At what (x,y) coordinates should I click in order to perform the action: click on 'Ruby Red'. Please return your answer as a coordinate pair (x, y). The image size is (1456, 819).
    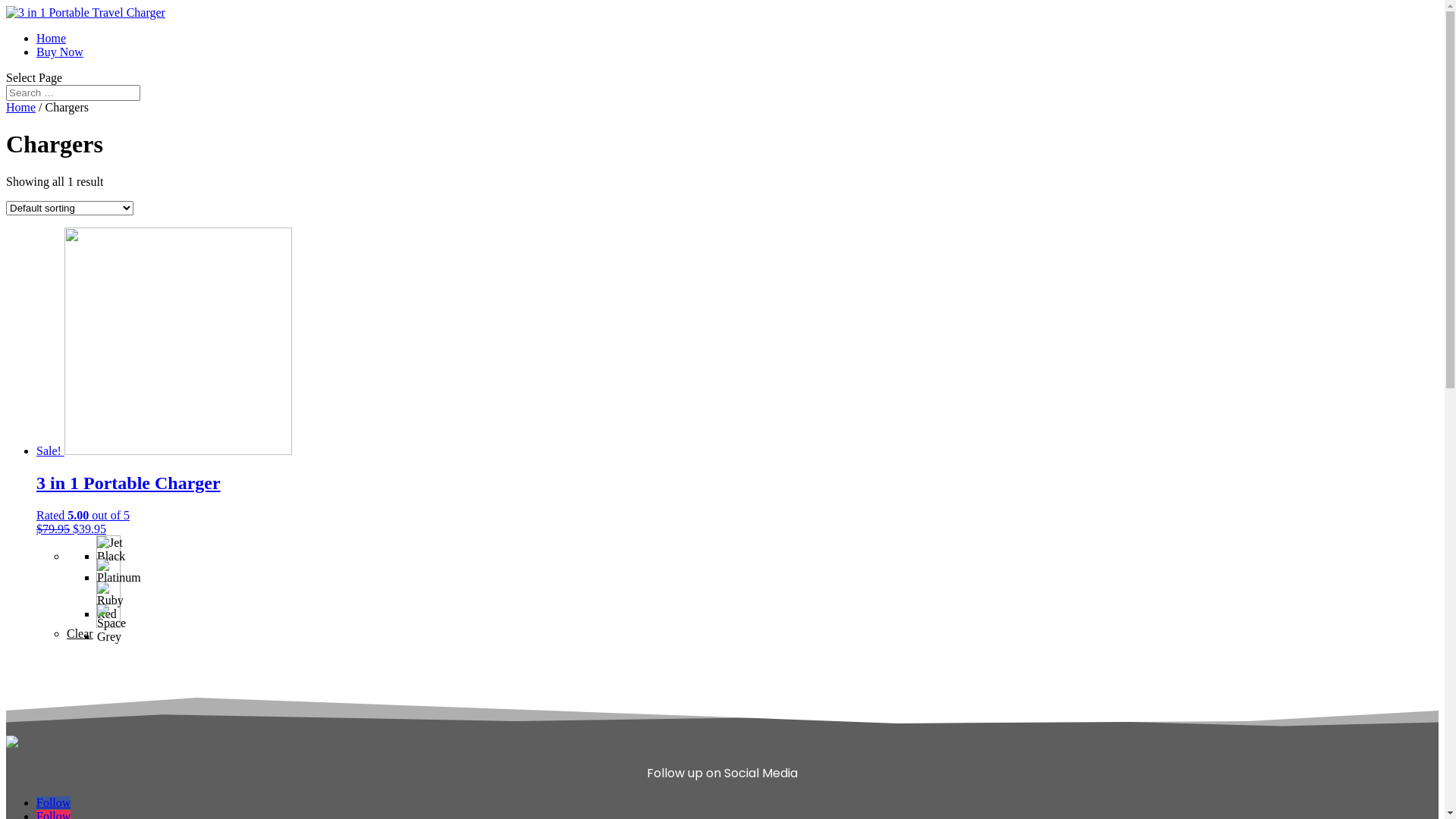
    Looking at the image, I should click on (108, 592).